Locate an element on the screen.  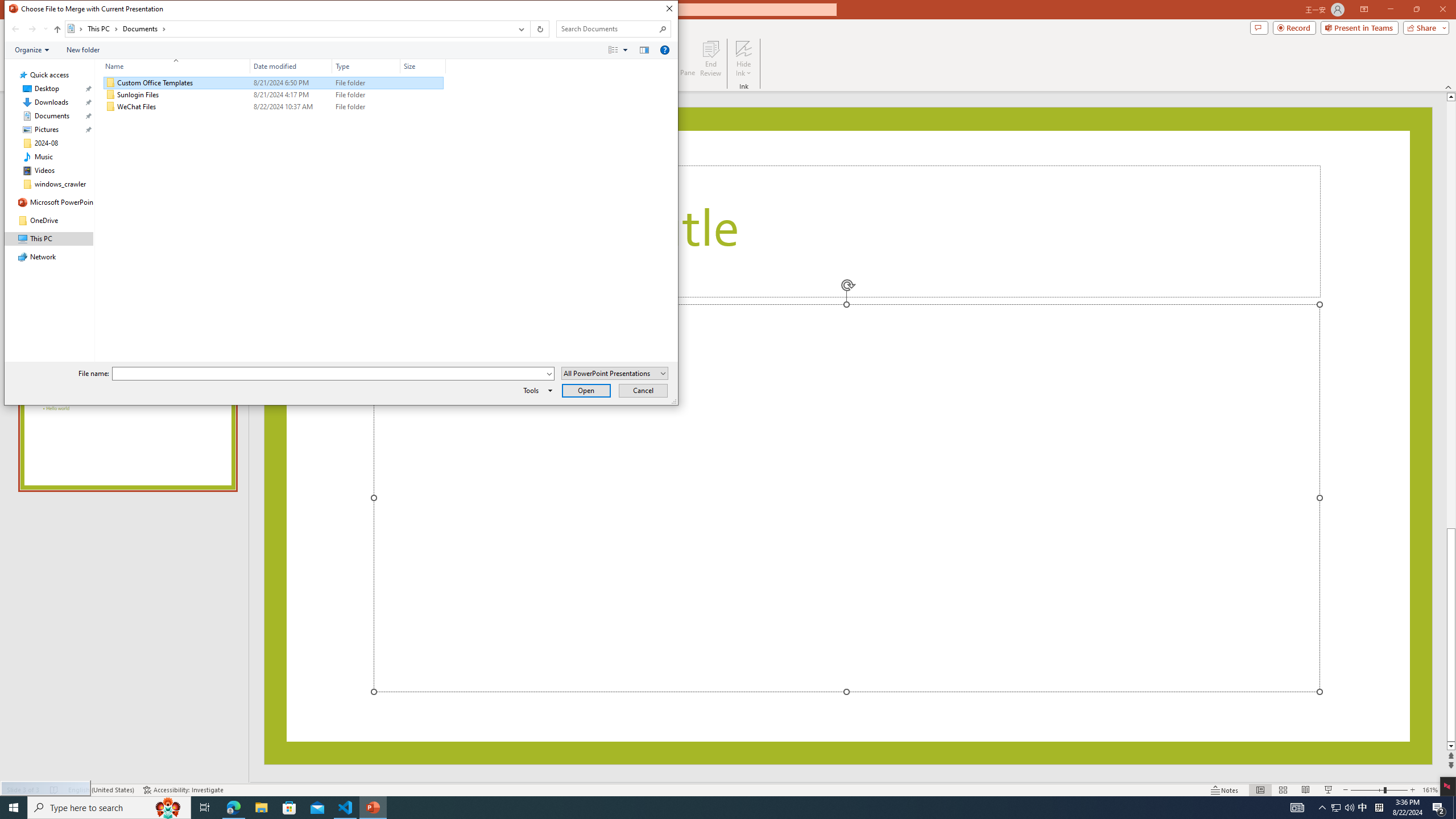
'Forward (Alt + Right Arrow)' is located at coordinates (32, 28).